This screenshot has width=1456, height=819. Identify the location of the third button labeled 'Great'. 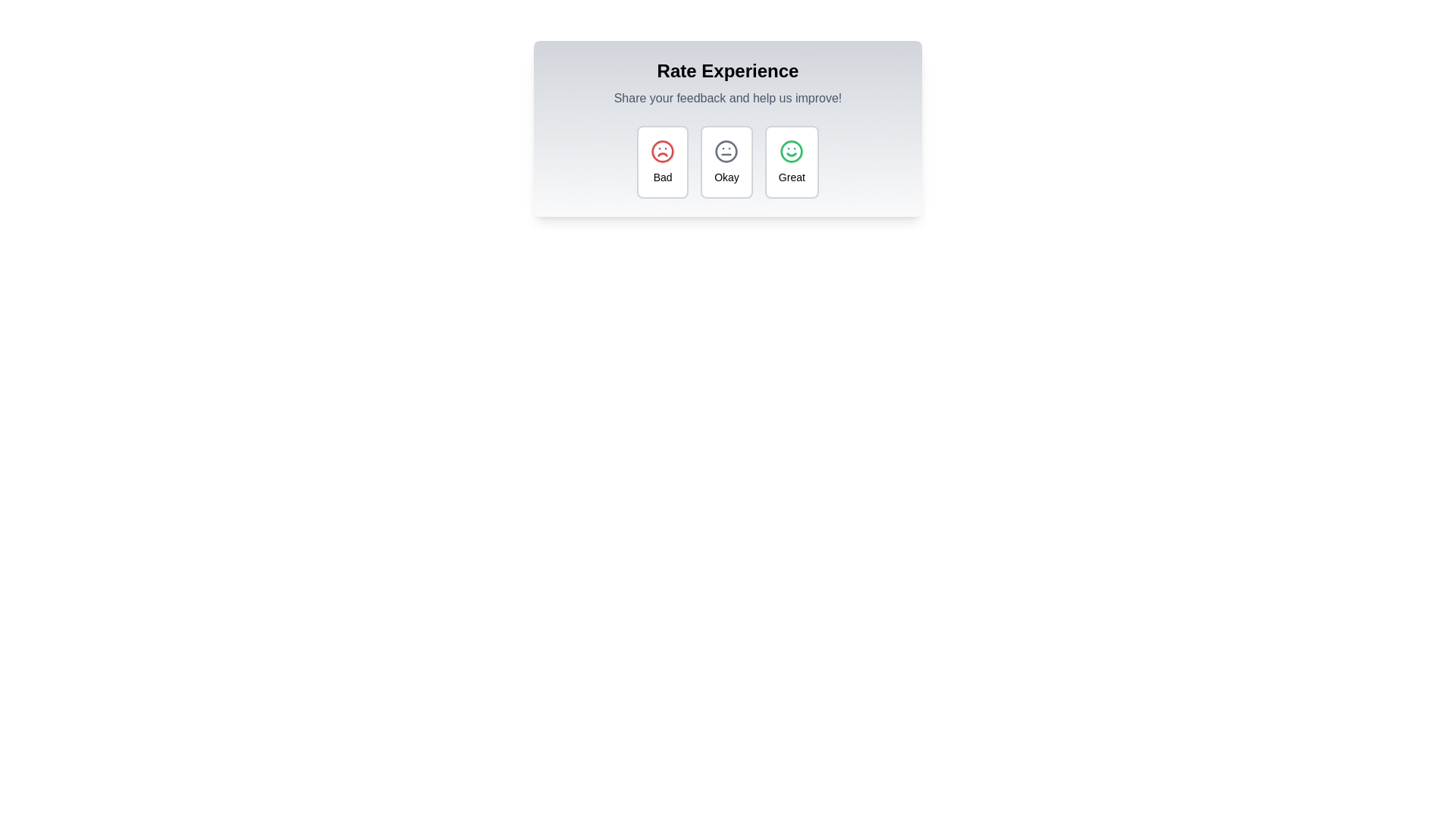
(791, 162).